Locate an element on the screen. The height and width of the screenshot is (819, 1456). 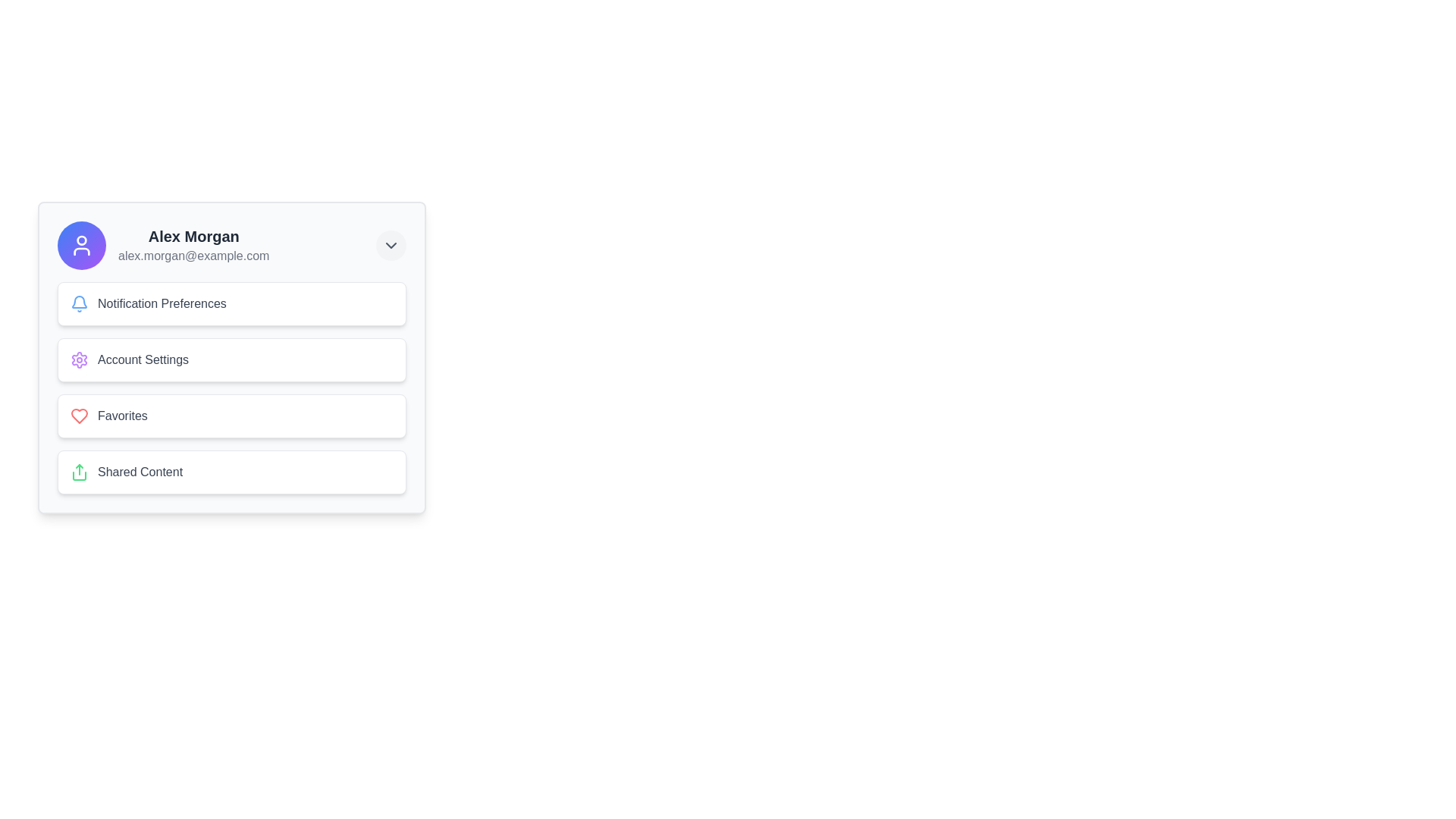
the 'Account Settings' label, which is styled in gray and is the second option in a vertically stacked menu, located to the right of a purple gear icon is located at coordinates (143, 359).